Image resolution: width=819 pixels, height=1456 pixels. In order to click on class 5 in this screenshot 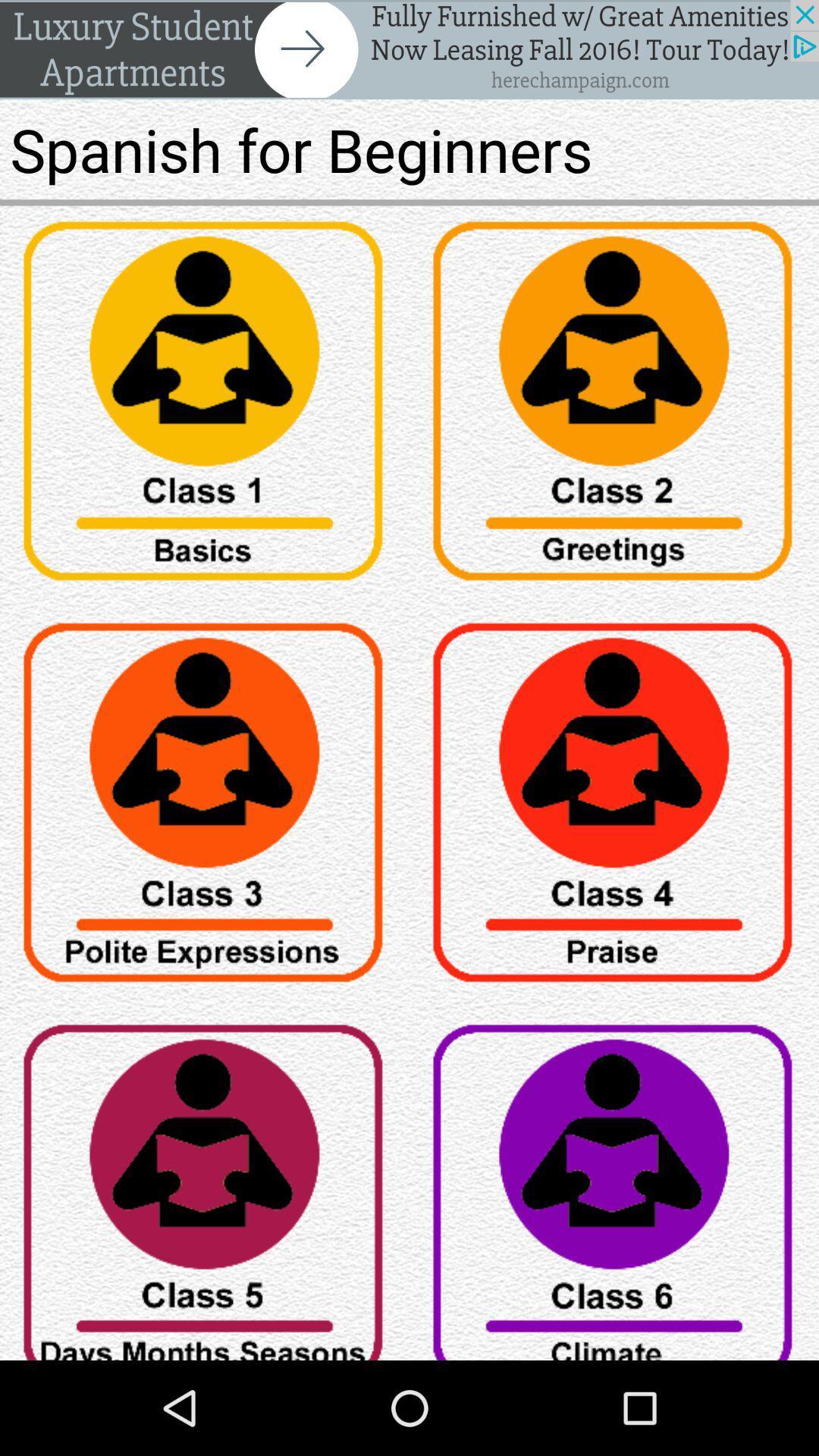, I will do `click(205, 1184)`.